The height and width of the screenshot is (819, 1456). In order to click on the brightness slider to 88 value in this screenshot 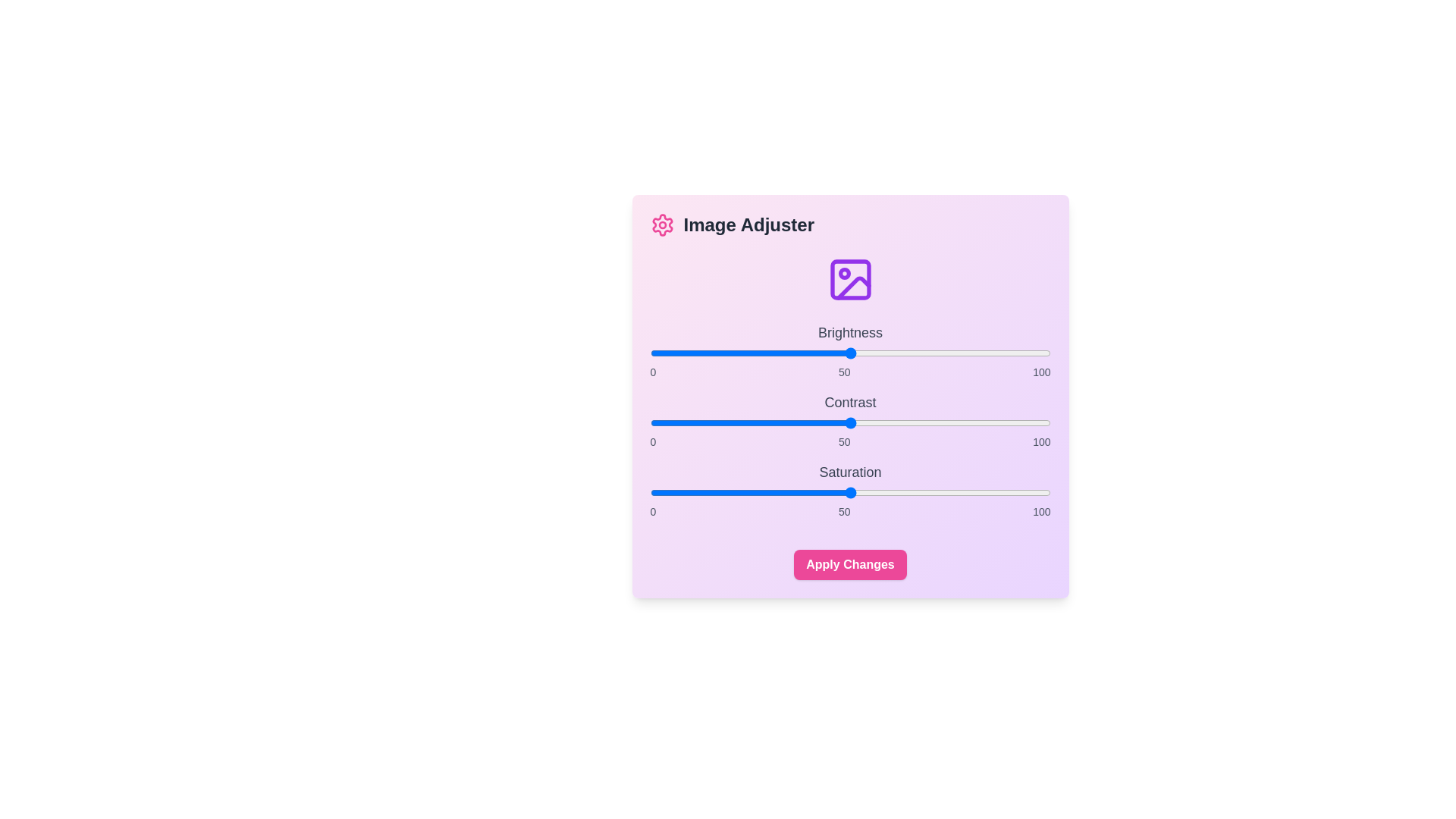, I will do `click(1003, 353)`.